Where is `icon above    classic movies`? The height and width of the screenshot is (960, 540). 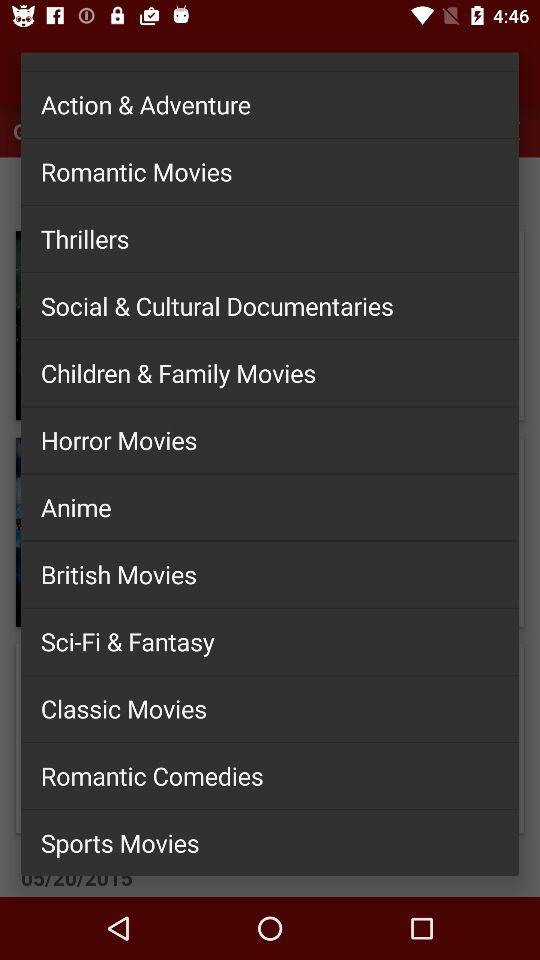
icon above    classic movies is located at coordinates (270, 640).